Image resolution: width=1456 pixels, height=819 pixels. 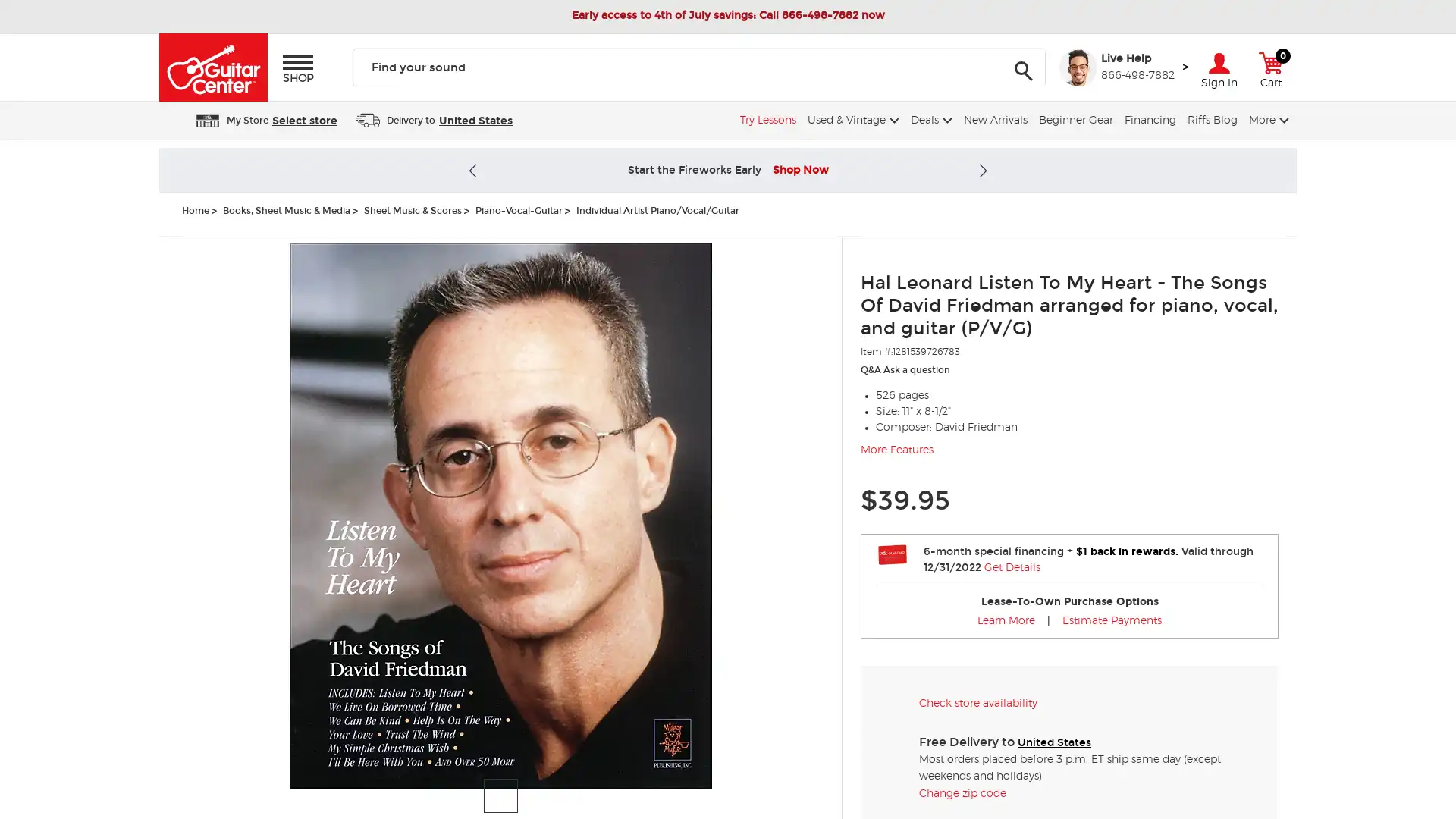 I want to click on SHOP, so click(x=298, y=69).